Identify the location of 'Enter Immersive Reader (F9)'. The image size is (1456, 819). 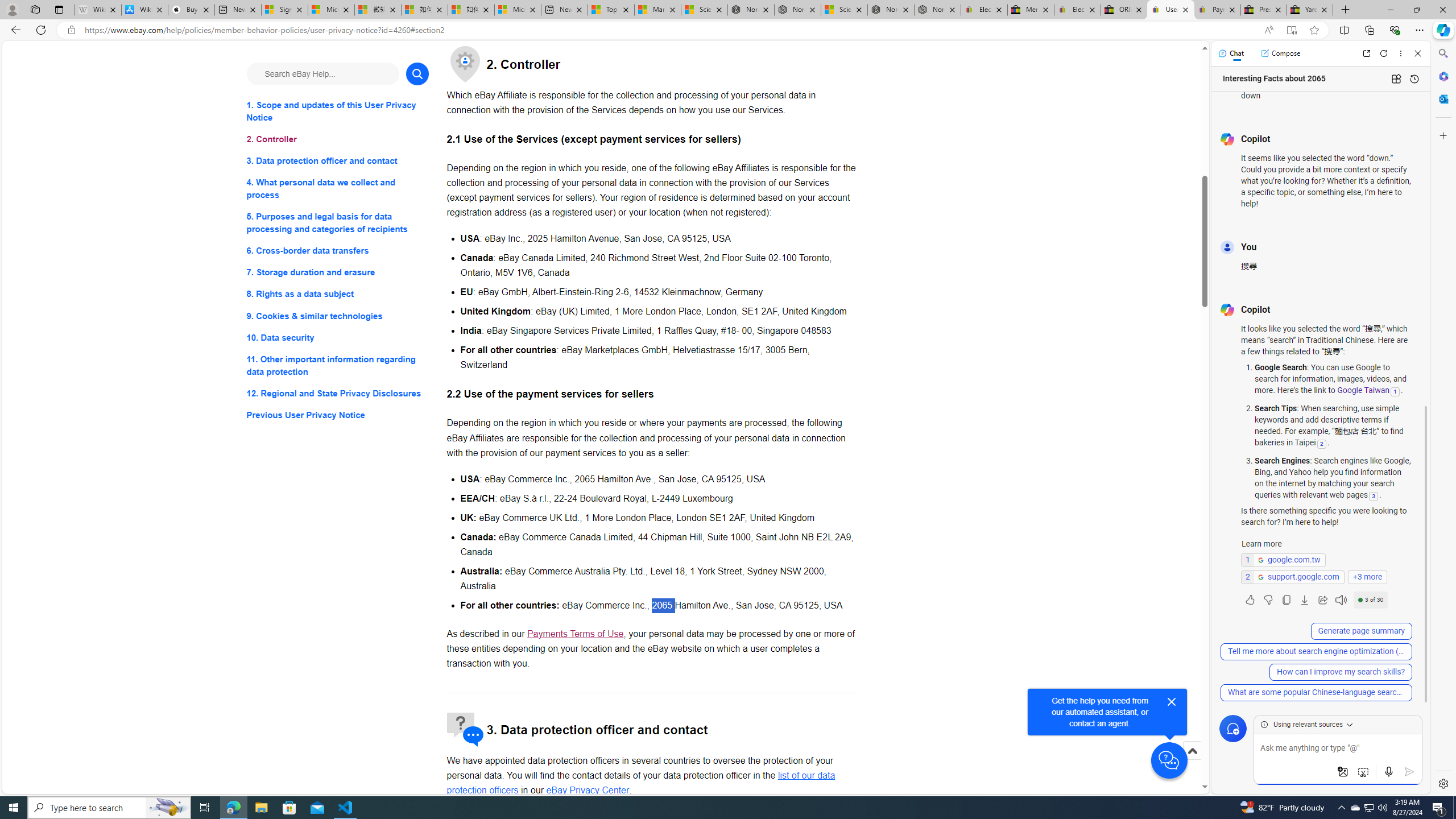
(1291, 30).